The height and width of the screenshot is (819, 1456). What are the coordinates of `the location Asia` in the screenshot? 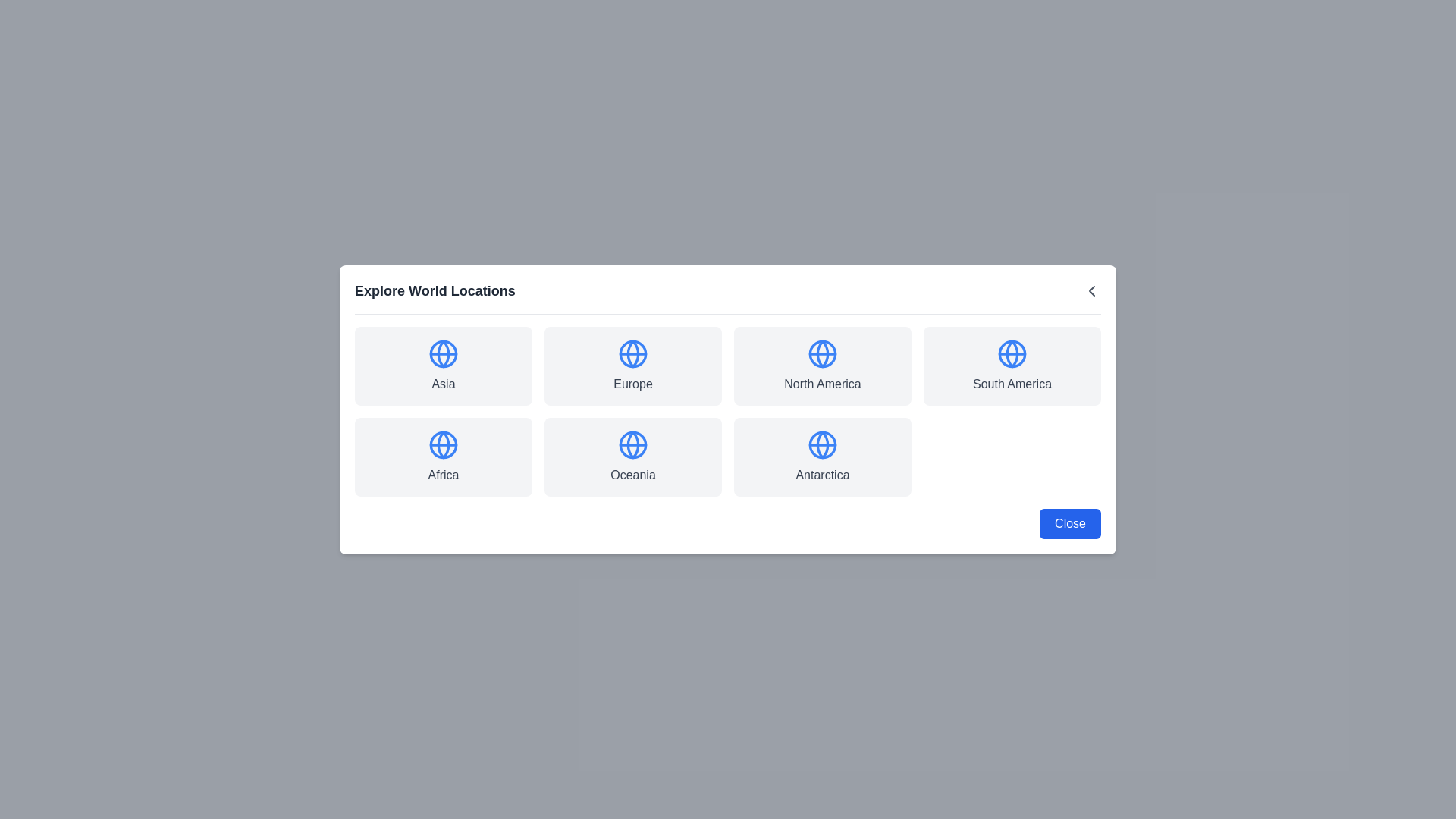 It's located at (443, 366).